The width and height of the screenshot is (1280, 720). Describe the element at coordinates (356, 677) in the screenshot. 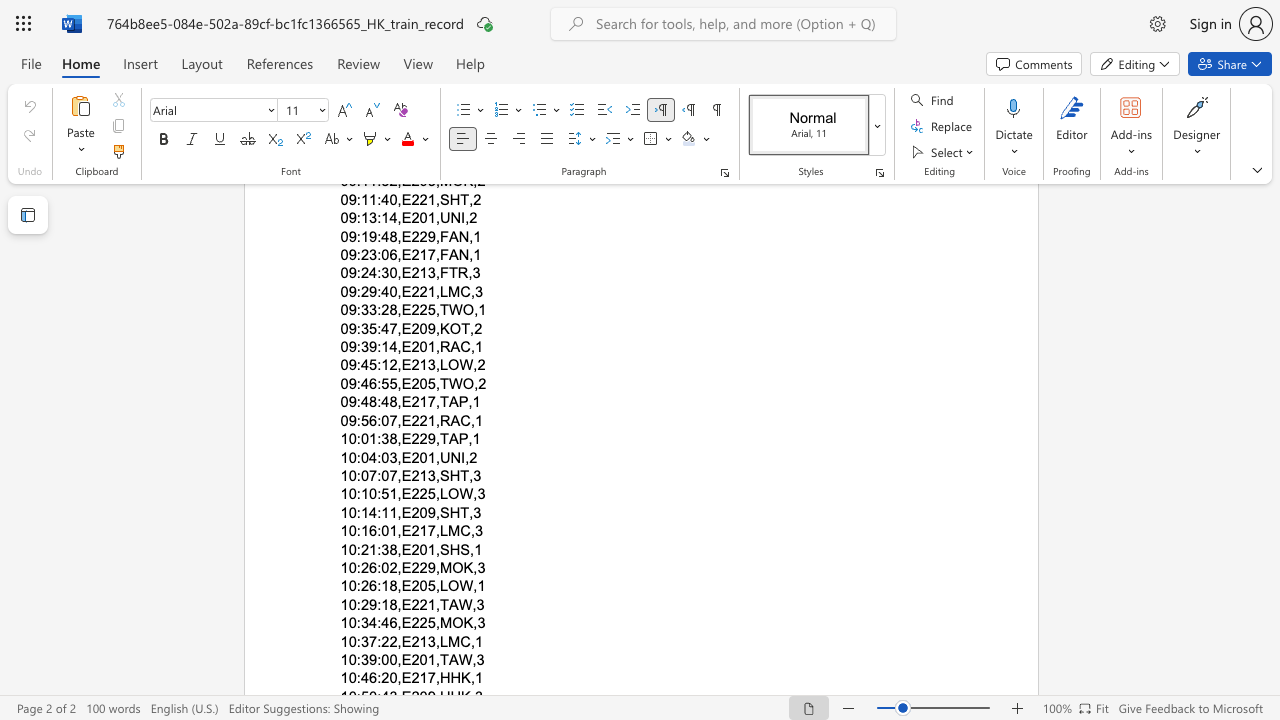

I see `the subset text ":46:20,E217,H" within the text "10:46:20,E217,HHK,1"` at that location.